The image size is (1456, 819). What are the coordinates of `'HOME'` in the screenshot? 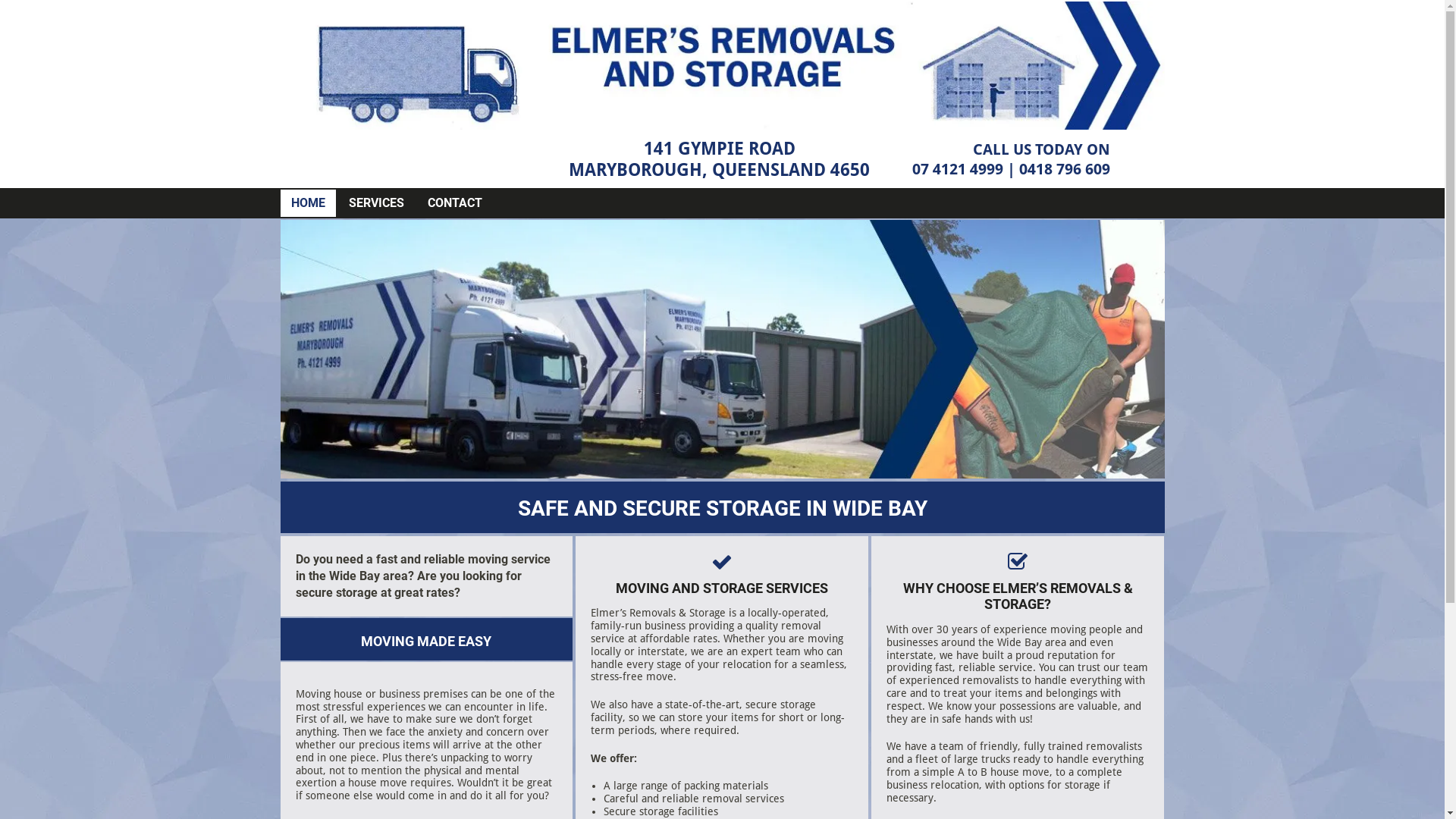 It's located at (307, 202).